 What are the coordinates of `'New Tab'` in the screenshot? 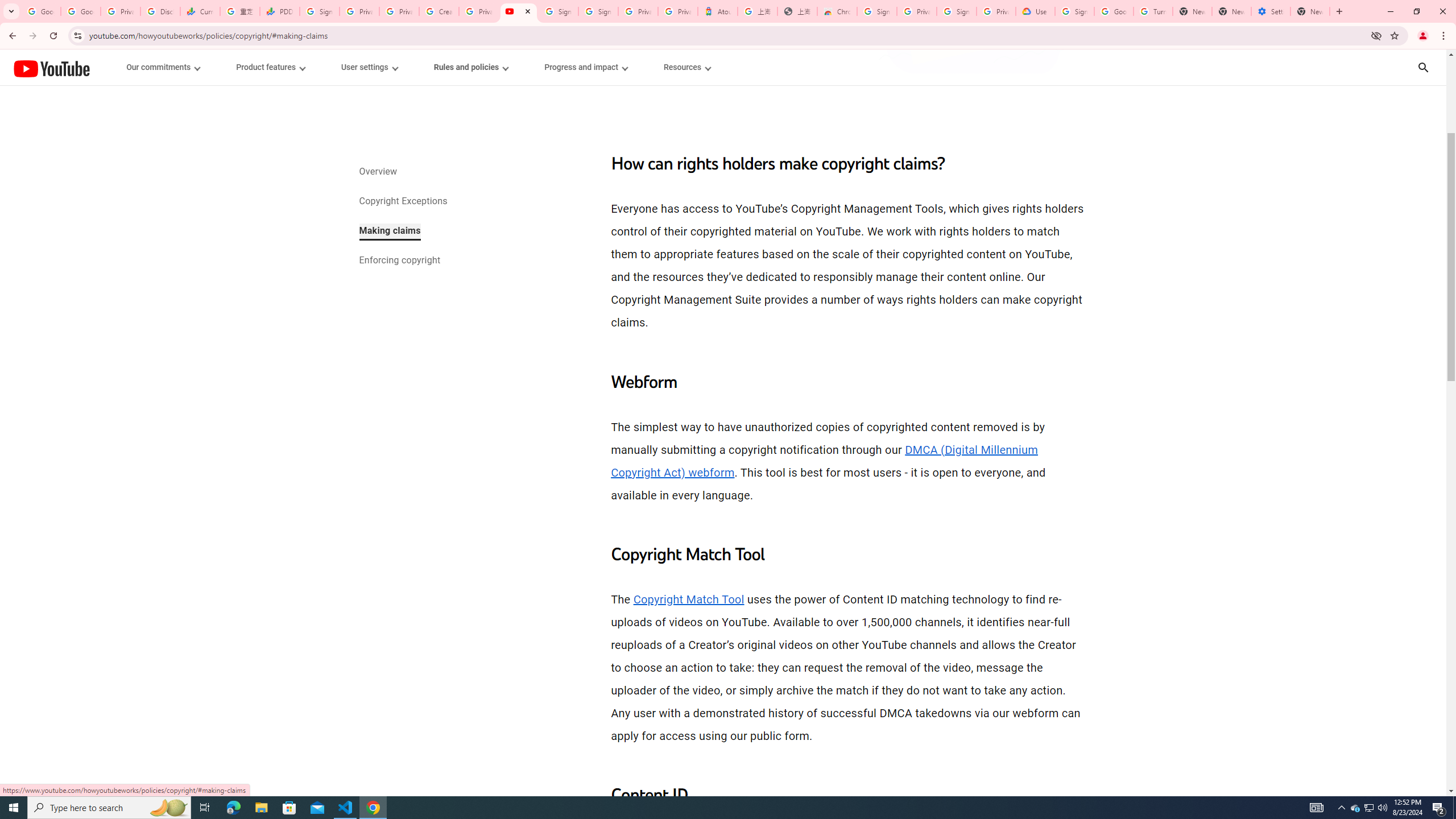 It's located at (1310, 11).